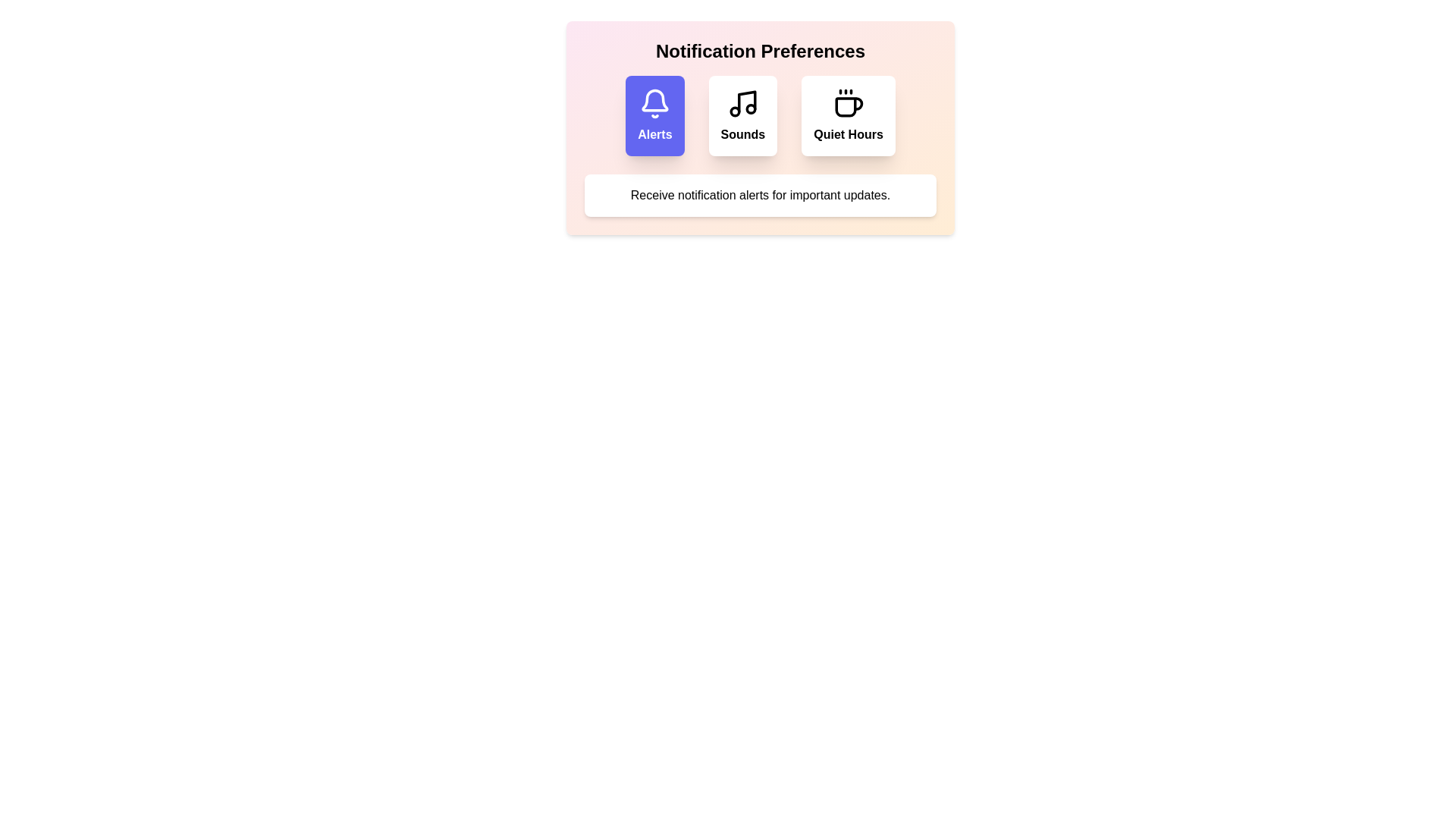 This screenshot has width=1456, height=819. Describe the element at coordinates (847, 115) in the screenshot. I see `the notification preference option Quiet Hours` at that location.